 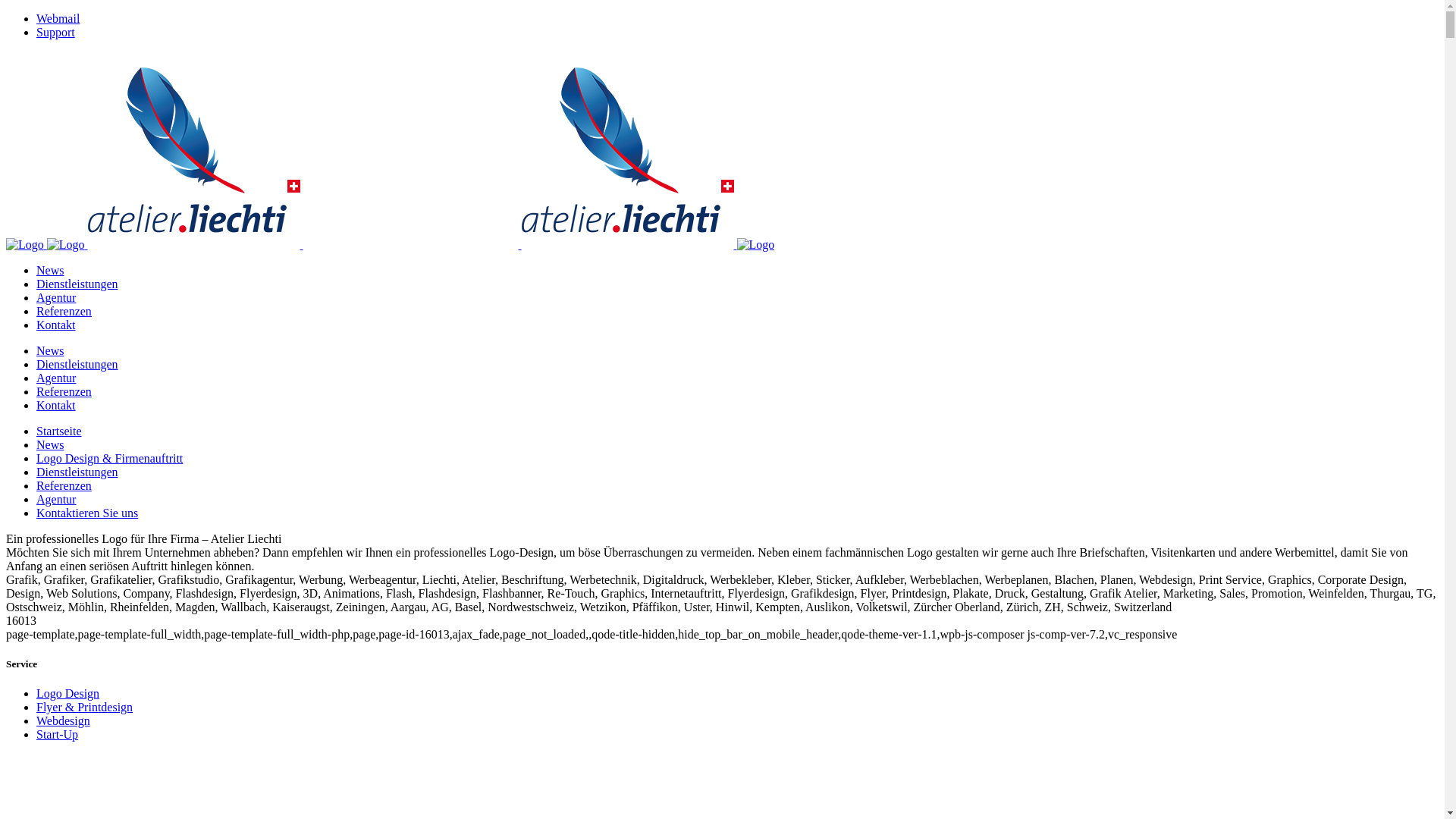 I want to click on 'Kontaktieren Sie uns', so click(x=36, y=512).